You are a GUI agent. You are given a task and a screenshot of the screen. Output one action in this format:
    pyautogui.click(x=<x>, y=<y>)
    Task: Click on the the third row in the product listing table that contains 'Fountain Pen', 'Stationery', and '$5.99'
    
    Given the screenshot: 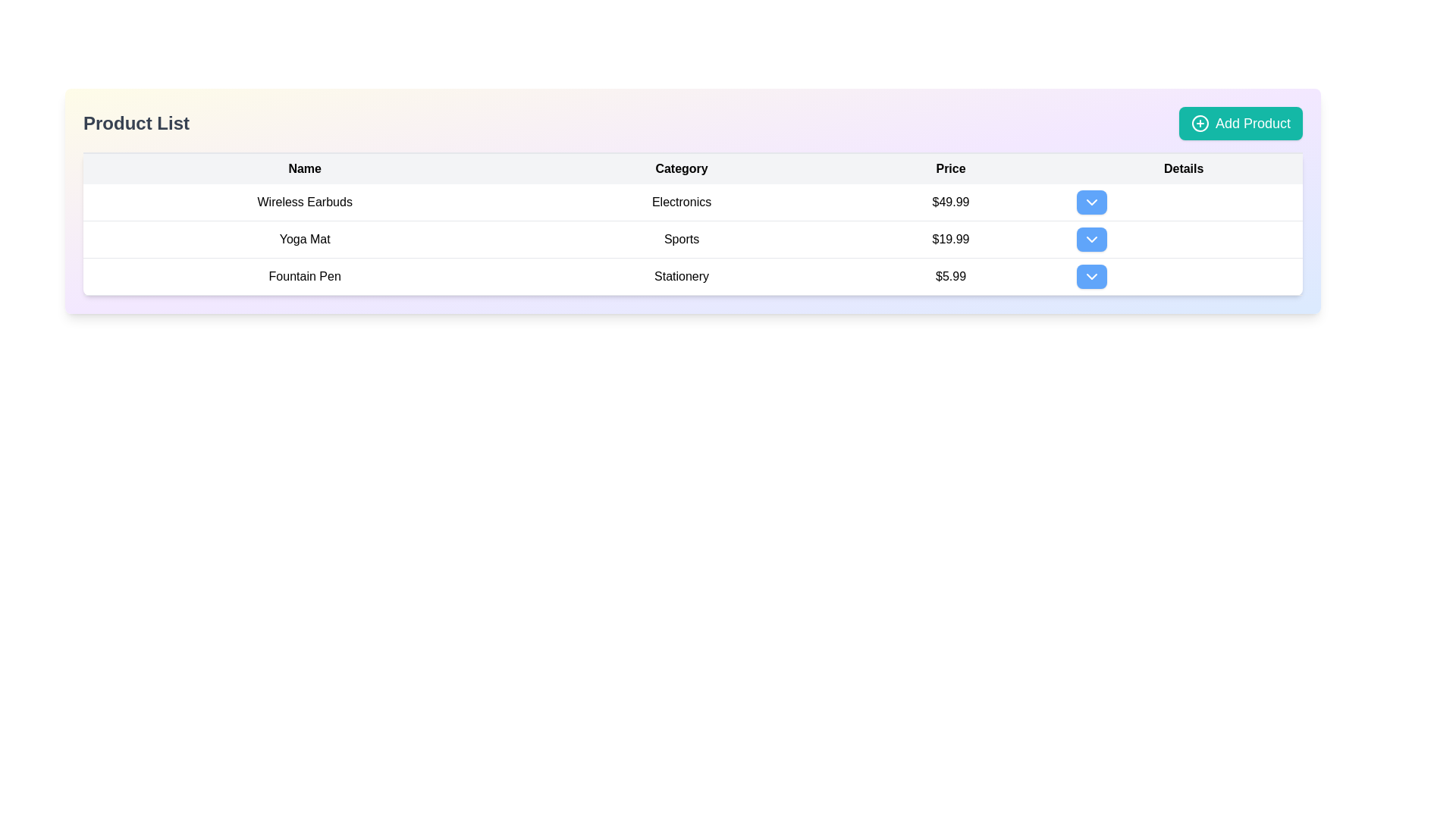 What is the action you would take?
    pyautogui.click(x=692, y=277)
    